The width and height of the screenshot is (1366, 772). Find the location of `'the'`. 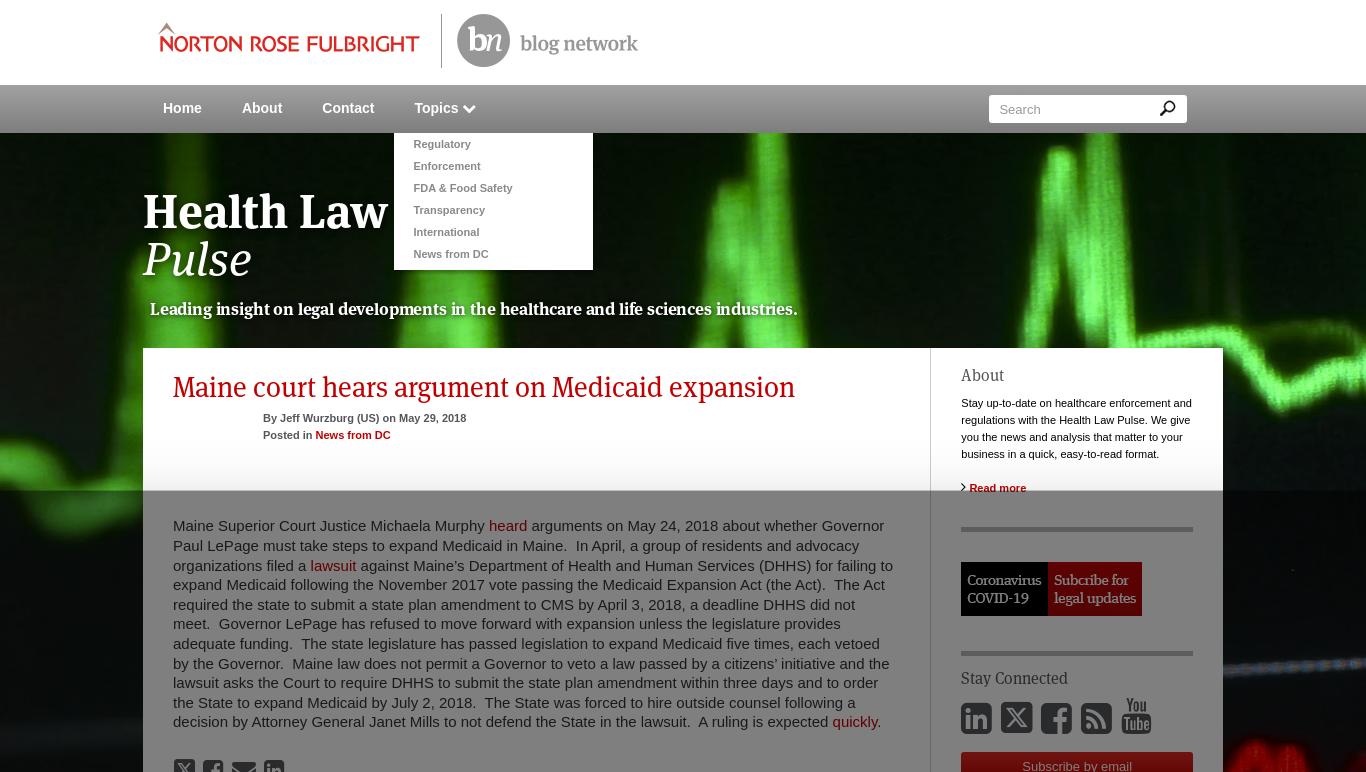

'the' is located at coordinates (470, 308).